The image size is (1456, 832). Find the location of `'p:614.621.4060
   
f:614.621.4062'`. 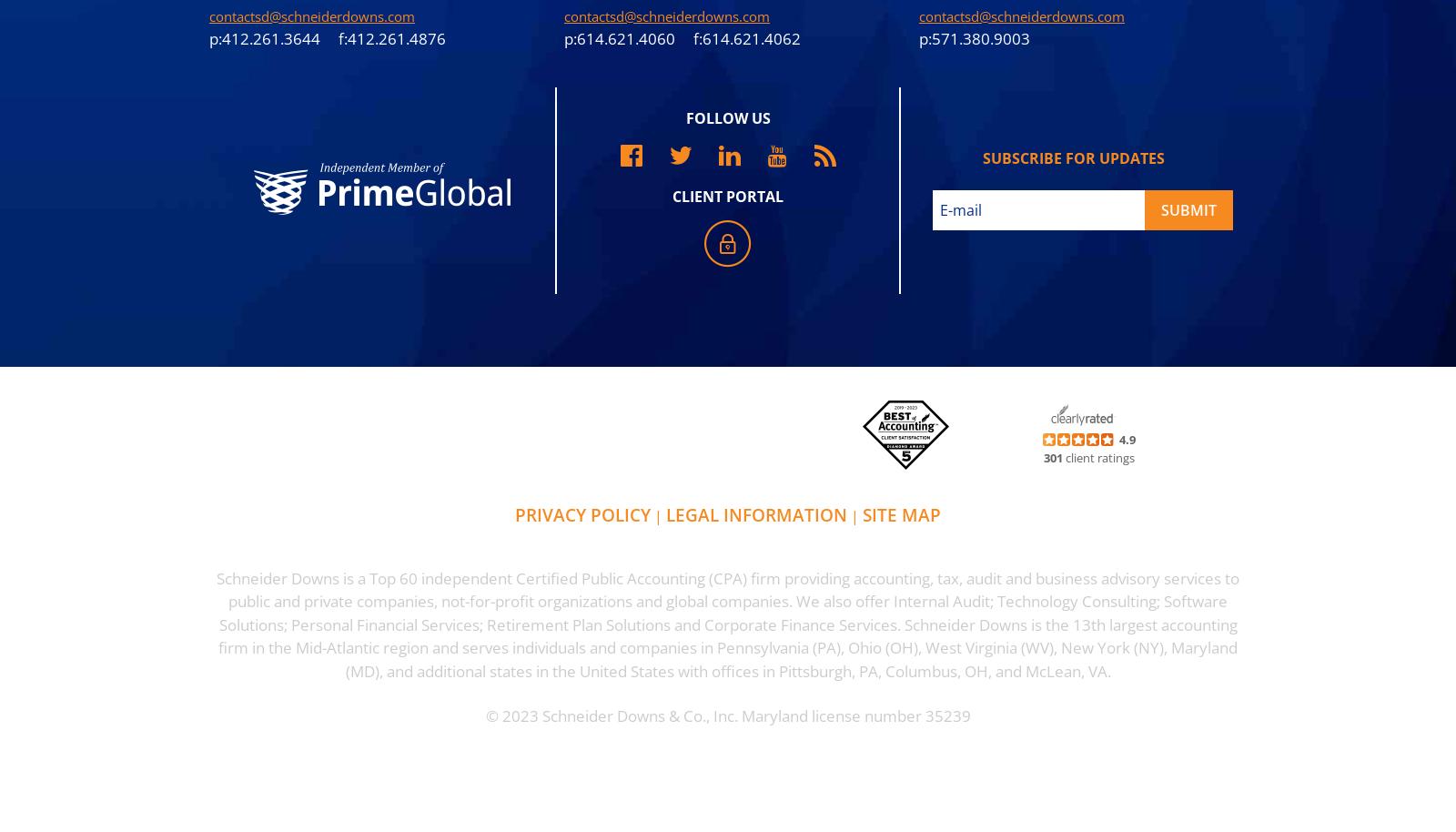

'p:614.621.4060
   
f:614.621.4062' is located at coordinates (564, 38).